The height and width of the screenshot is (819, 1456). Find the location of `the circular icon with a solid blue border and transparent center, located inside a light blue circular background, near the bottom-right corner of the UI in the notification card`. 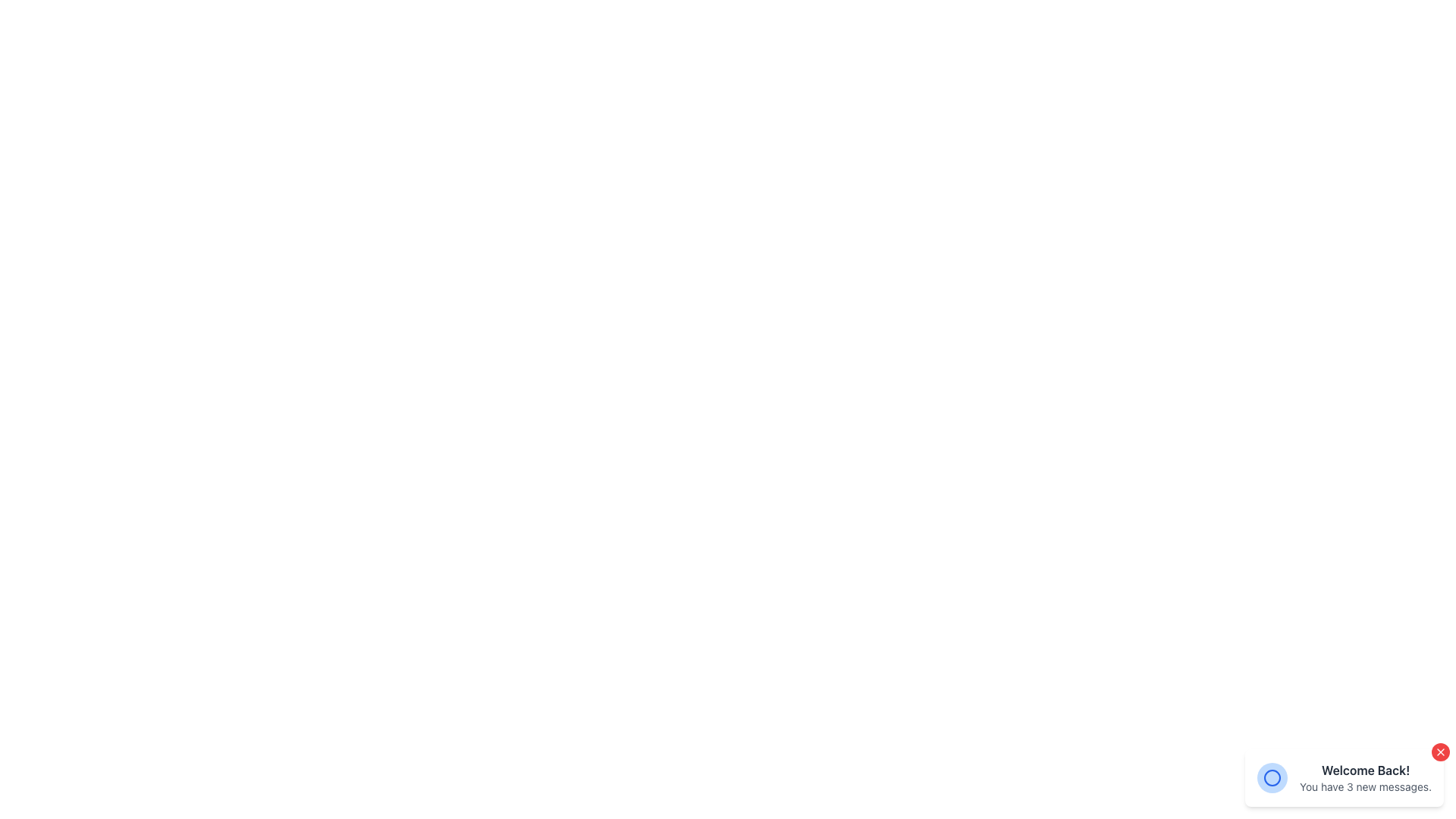

the circular icon with a solid blue border and transparent center, located inside a light blue circular background, near the bottom-right corner of the UI in the notification card is located at coordinates (1272, 778).